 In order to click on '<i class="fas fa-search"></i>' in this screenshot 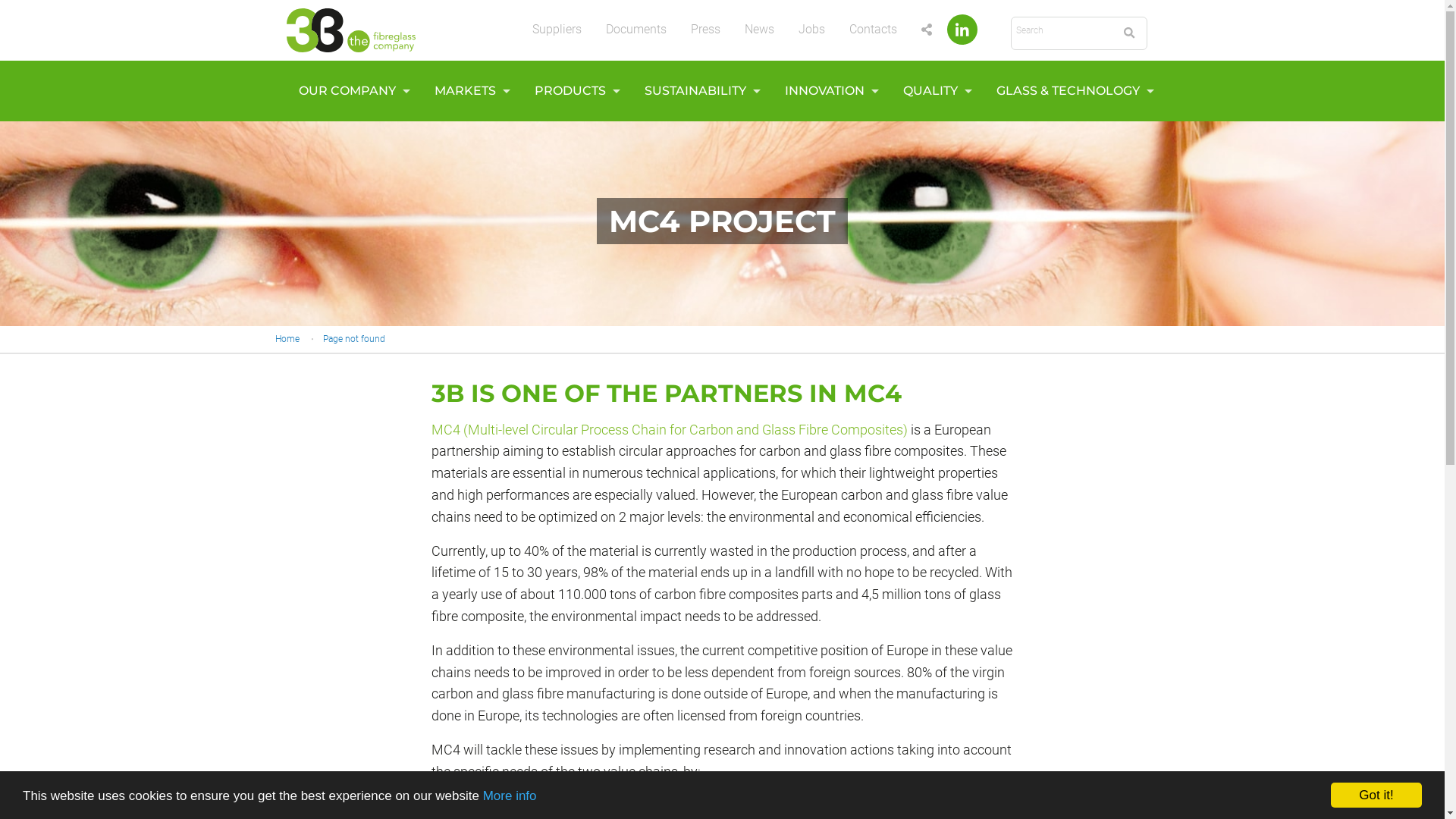, I will do `click(1128, 33)`.